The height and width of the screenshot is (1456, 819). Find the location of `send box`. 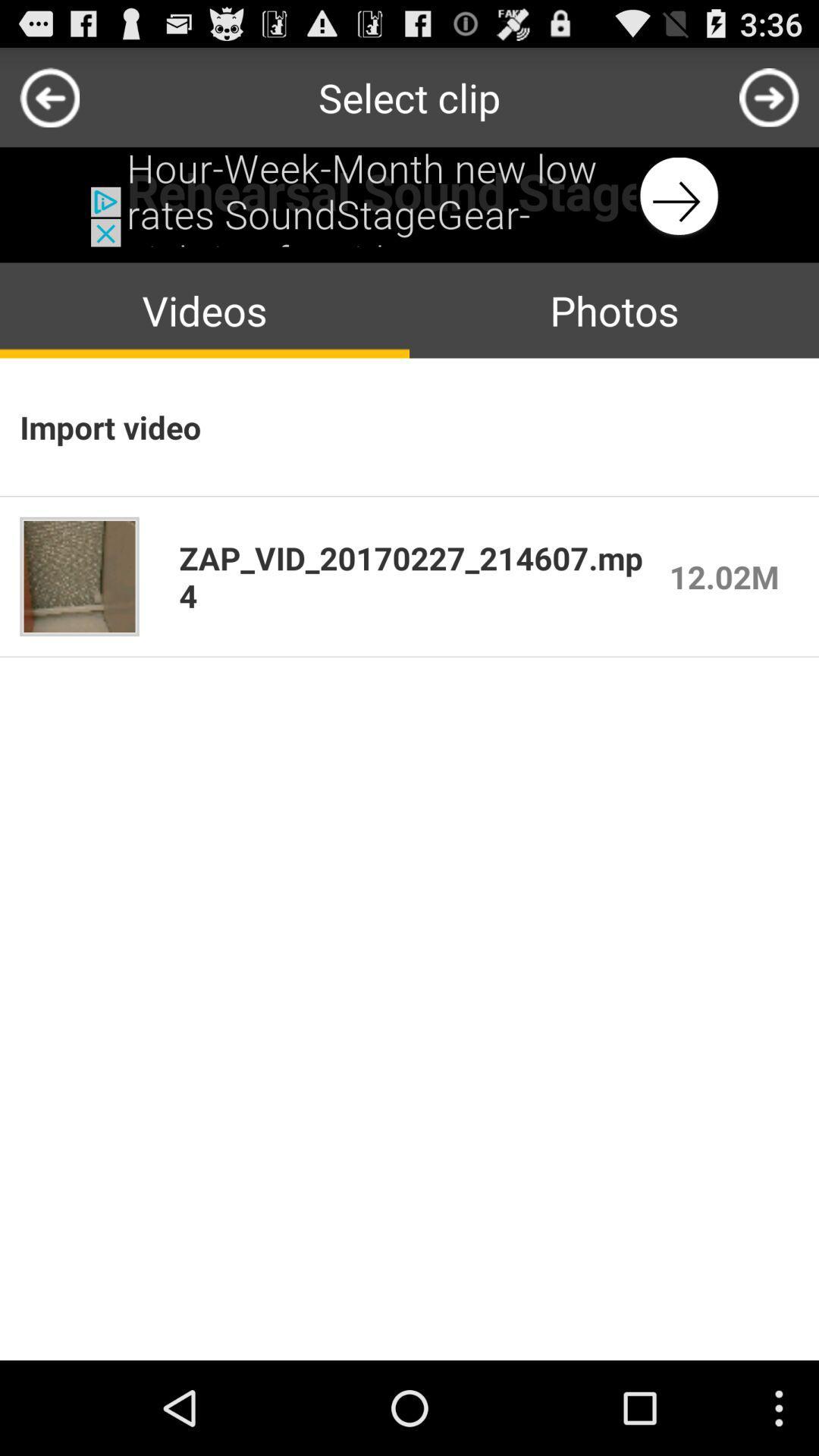

send box is located at coordinates (769, 96).